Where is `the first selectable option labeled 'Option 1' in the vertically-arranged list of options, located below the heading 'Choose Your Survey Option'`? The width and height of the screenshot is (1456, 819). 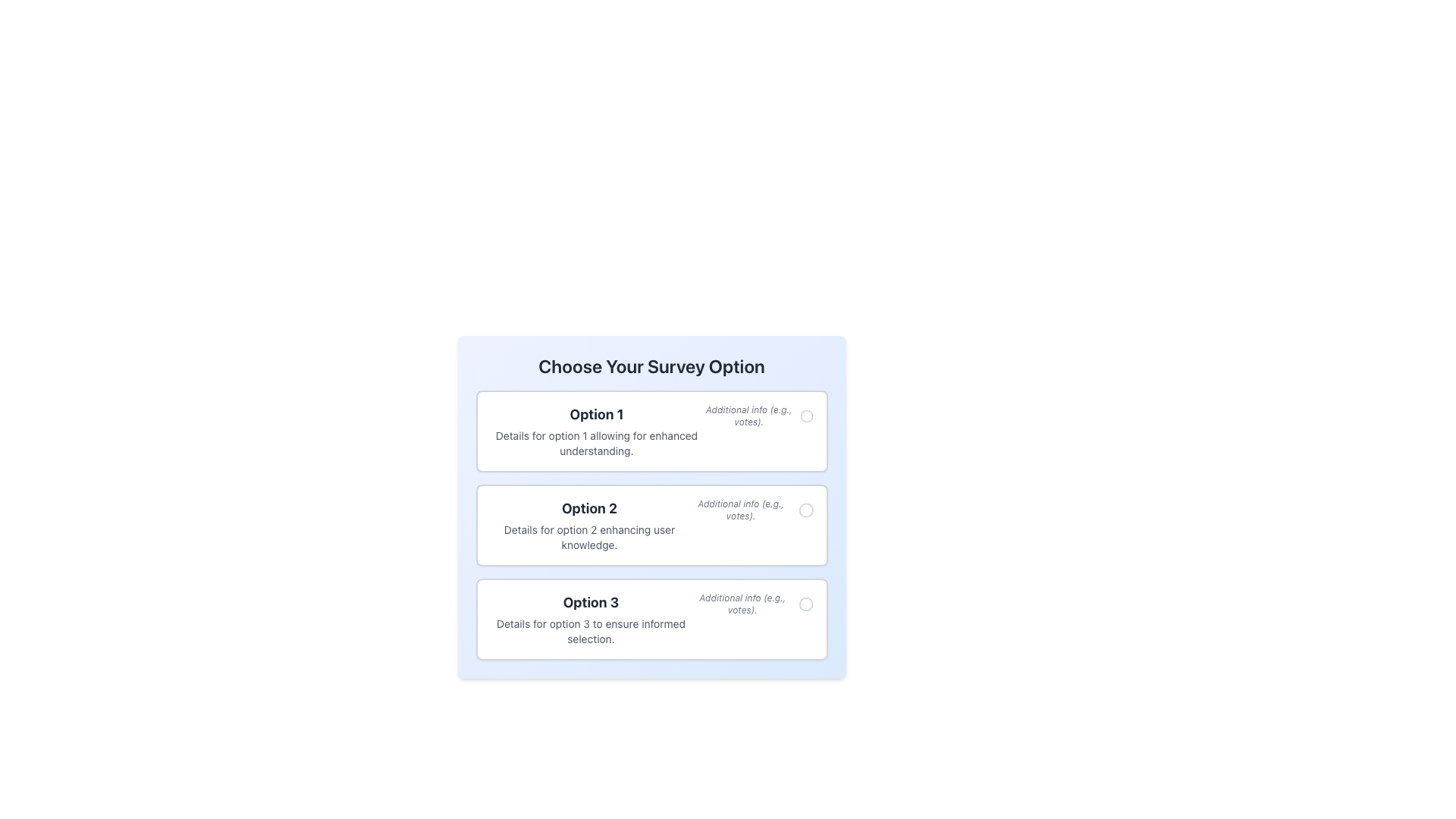 the first selectable option labeled 'Option 1' in the vertically-arranged list of options, located below the heading 'Choose Your Survey Option' is located at coordinates (596, 431).